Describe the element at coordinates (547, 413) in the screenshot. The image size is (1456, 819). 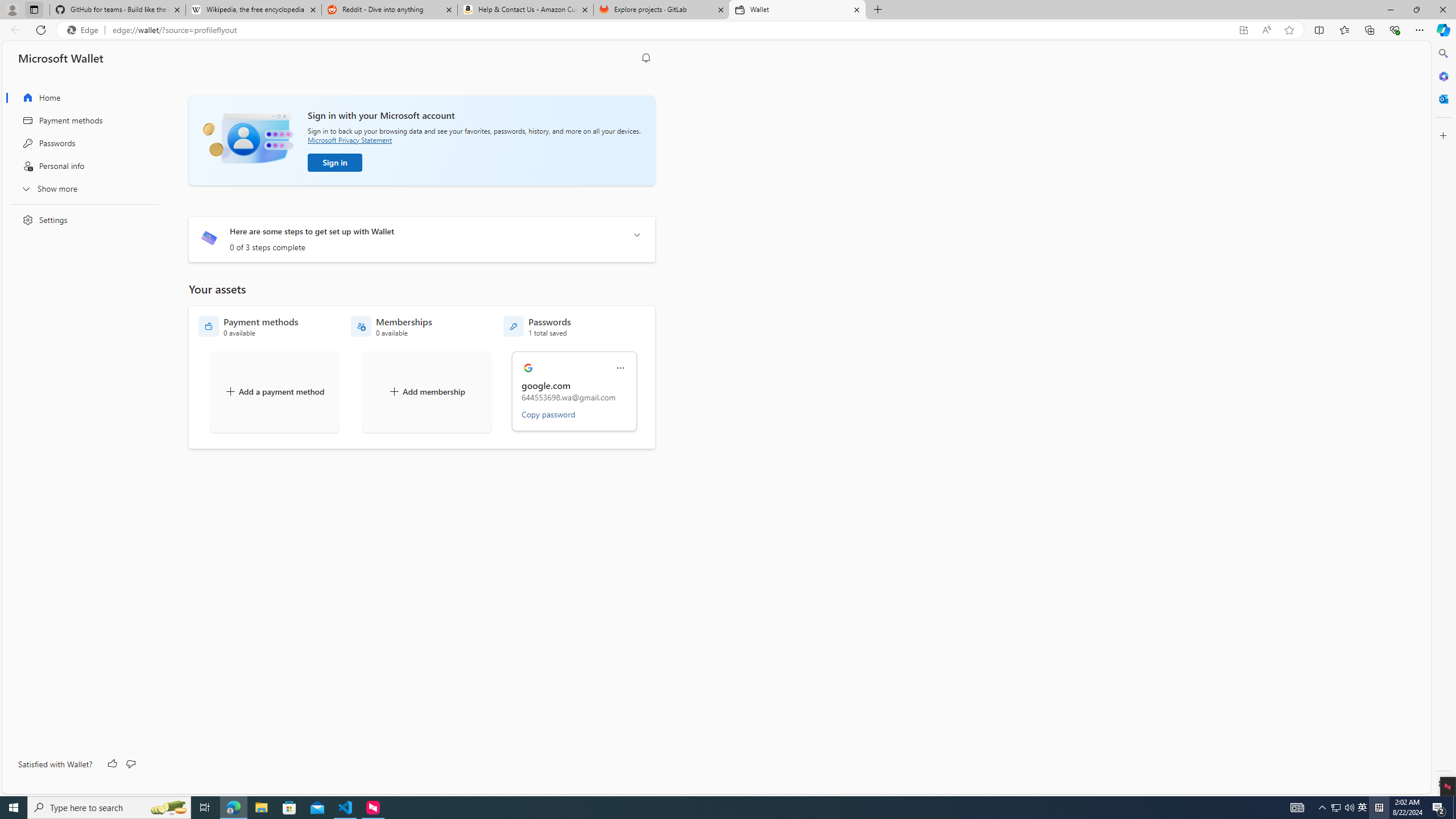
I see `'Copy password'` at that location.